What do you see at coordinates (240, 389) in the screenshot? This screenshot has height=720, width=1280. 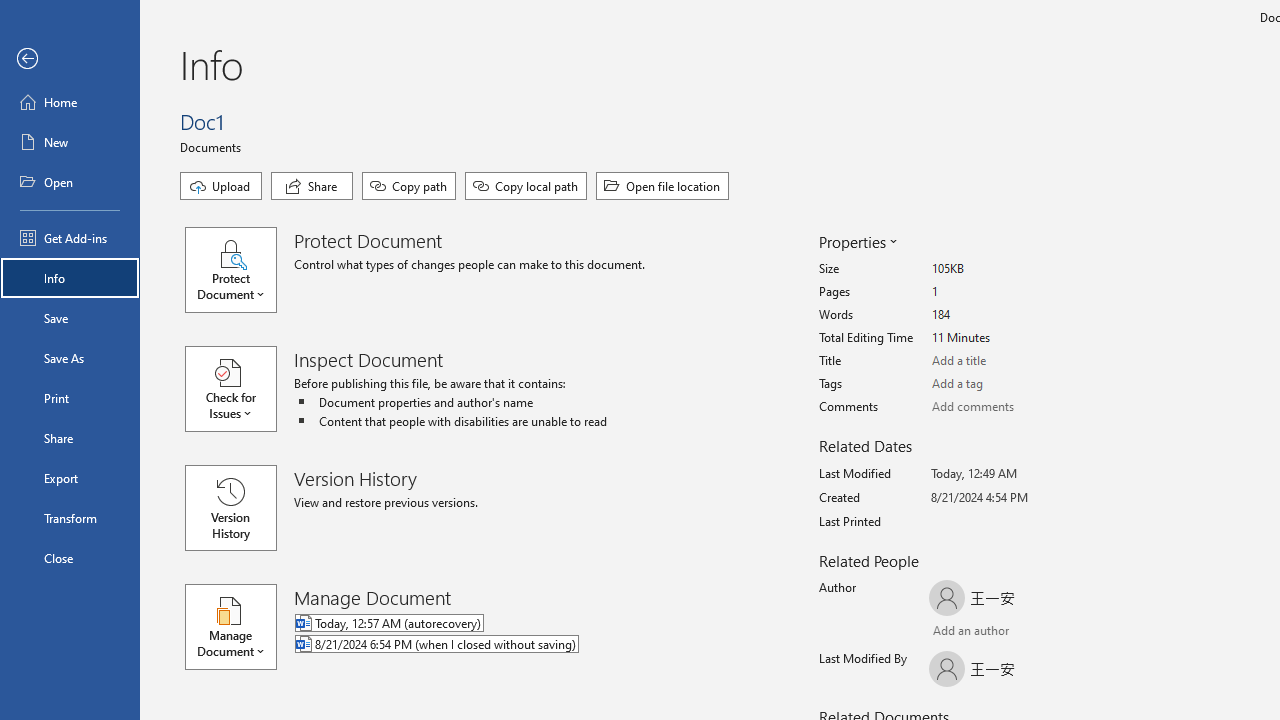 I see `'Check for Issues'` at bounding box center [240, 389].